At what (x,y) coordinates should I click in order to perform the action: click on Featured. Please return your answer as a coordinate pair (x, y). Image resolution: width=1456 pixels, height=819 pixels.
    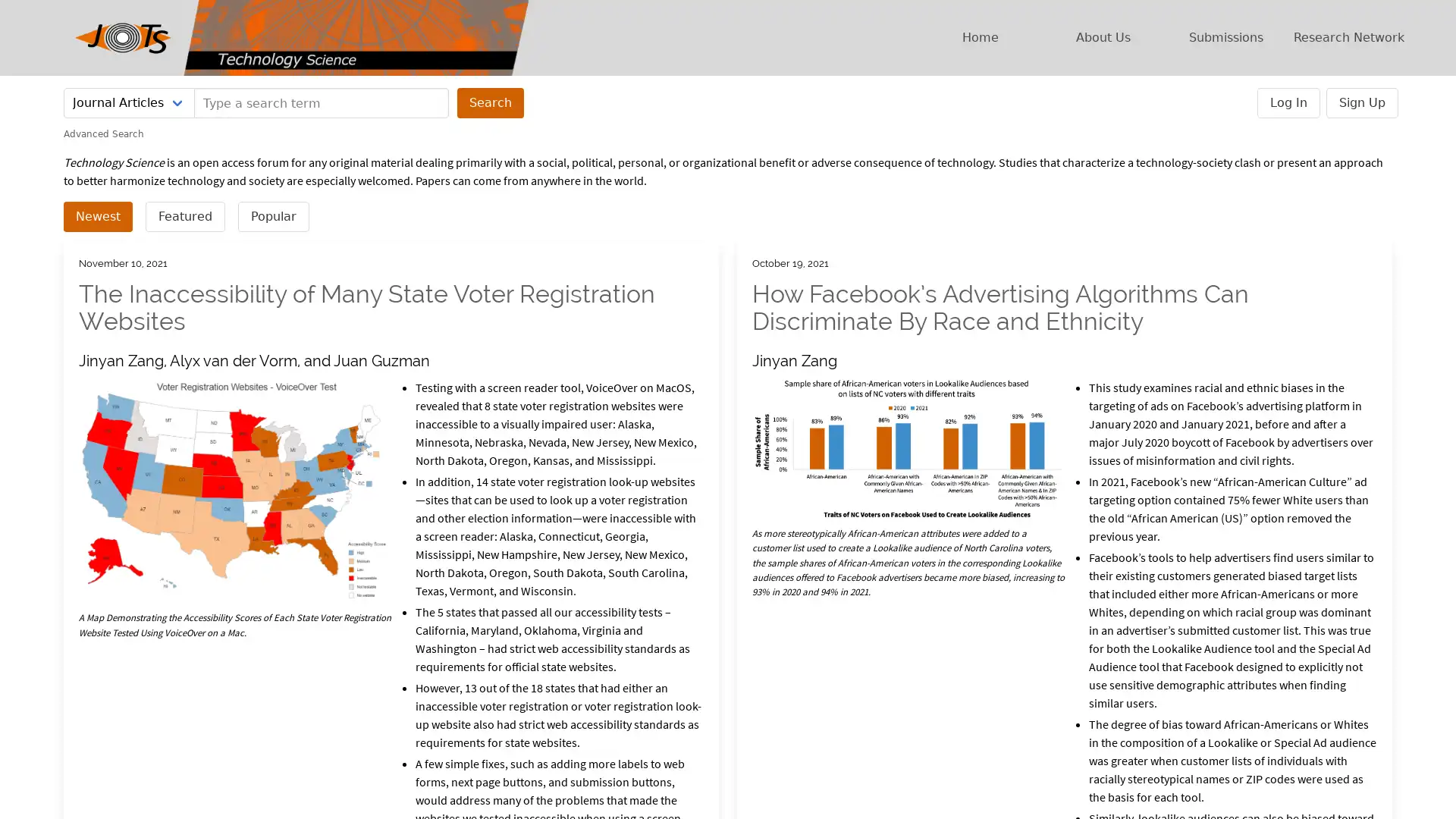
    Looking at the image, I should click on (184, 216).